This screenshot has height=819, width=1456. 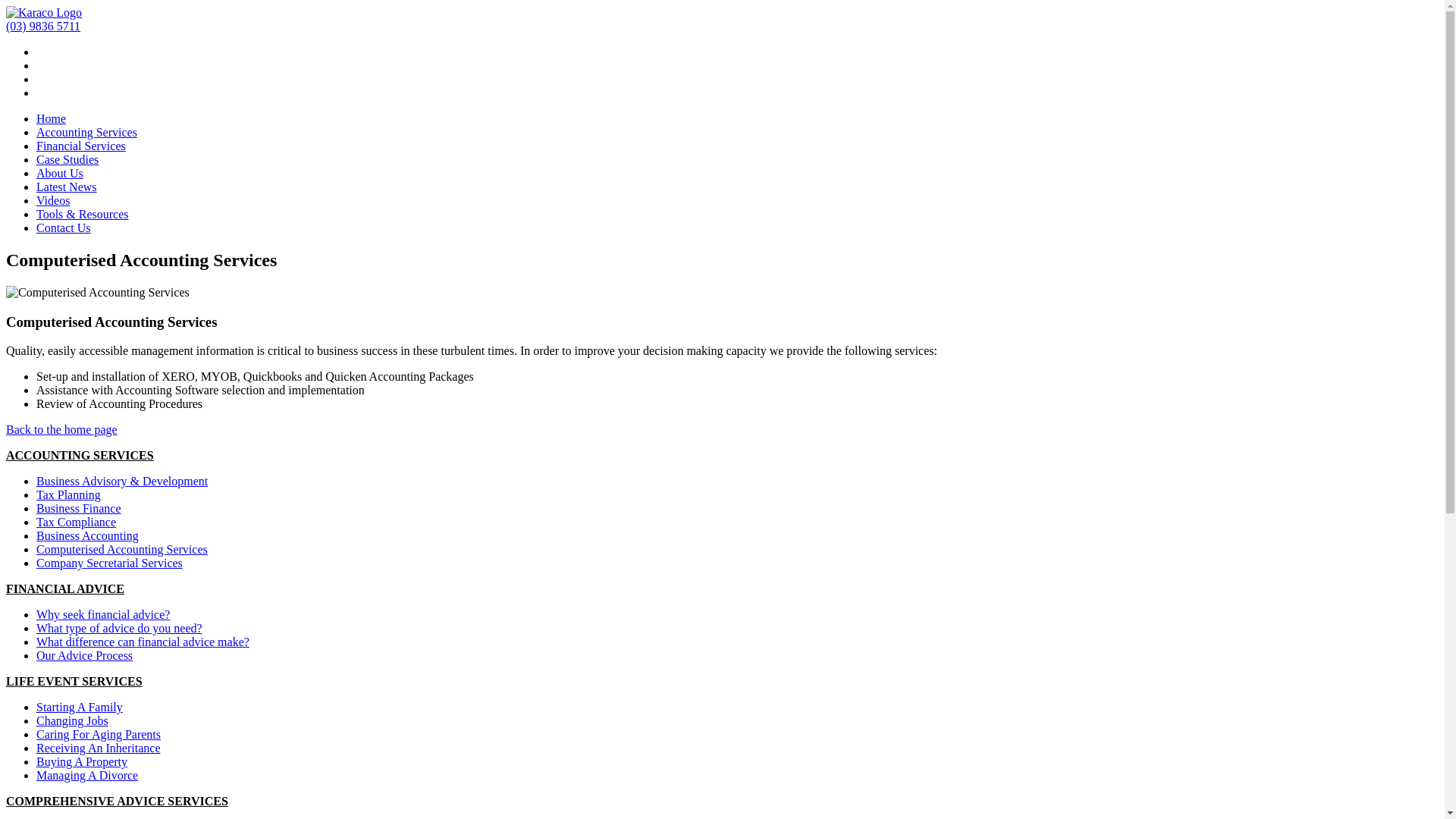 I want to click on '(03) 9836 5711', so click(x=43, y=26).